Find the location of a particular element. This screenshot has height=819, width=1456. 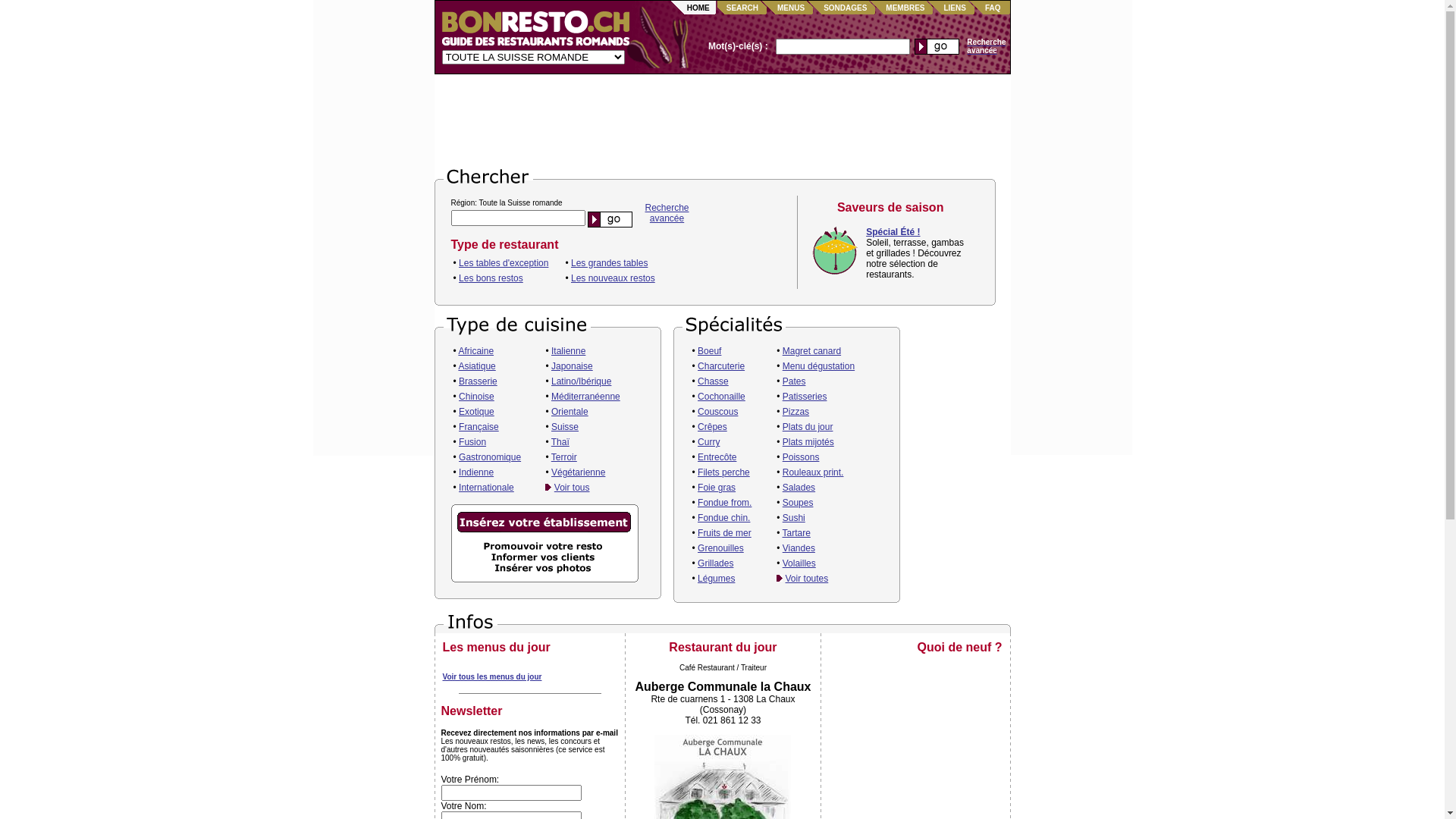

'Pizzas' is located at coordinates (795, 412).